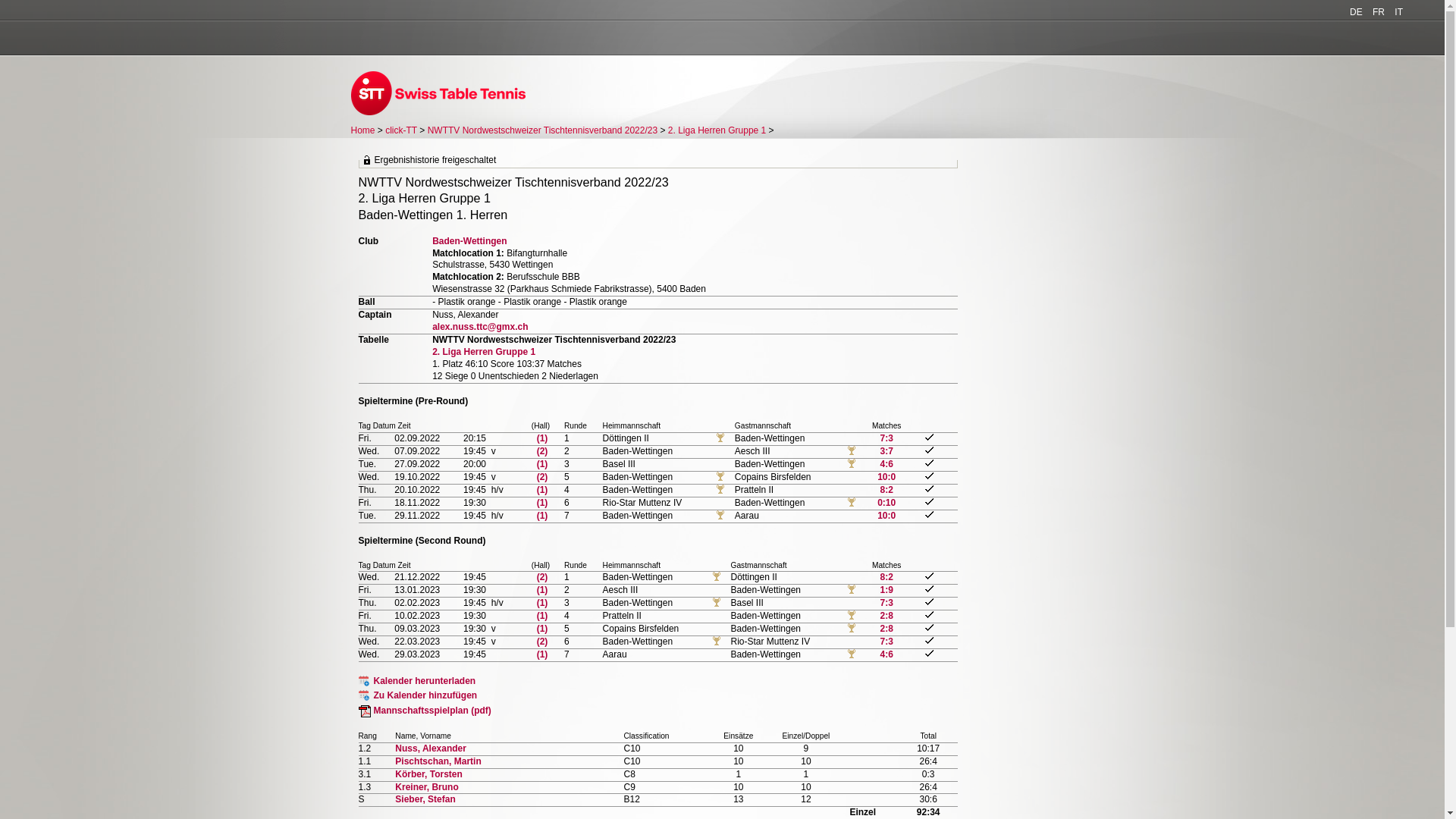  I want to click on '(1)', so click(542, 489).